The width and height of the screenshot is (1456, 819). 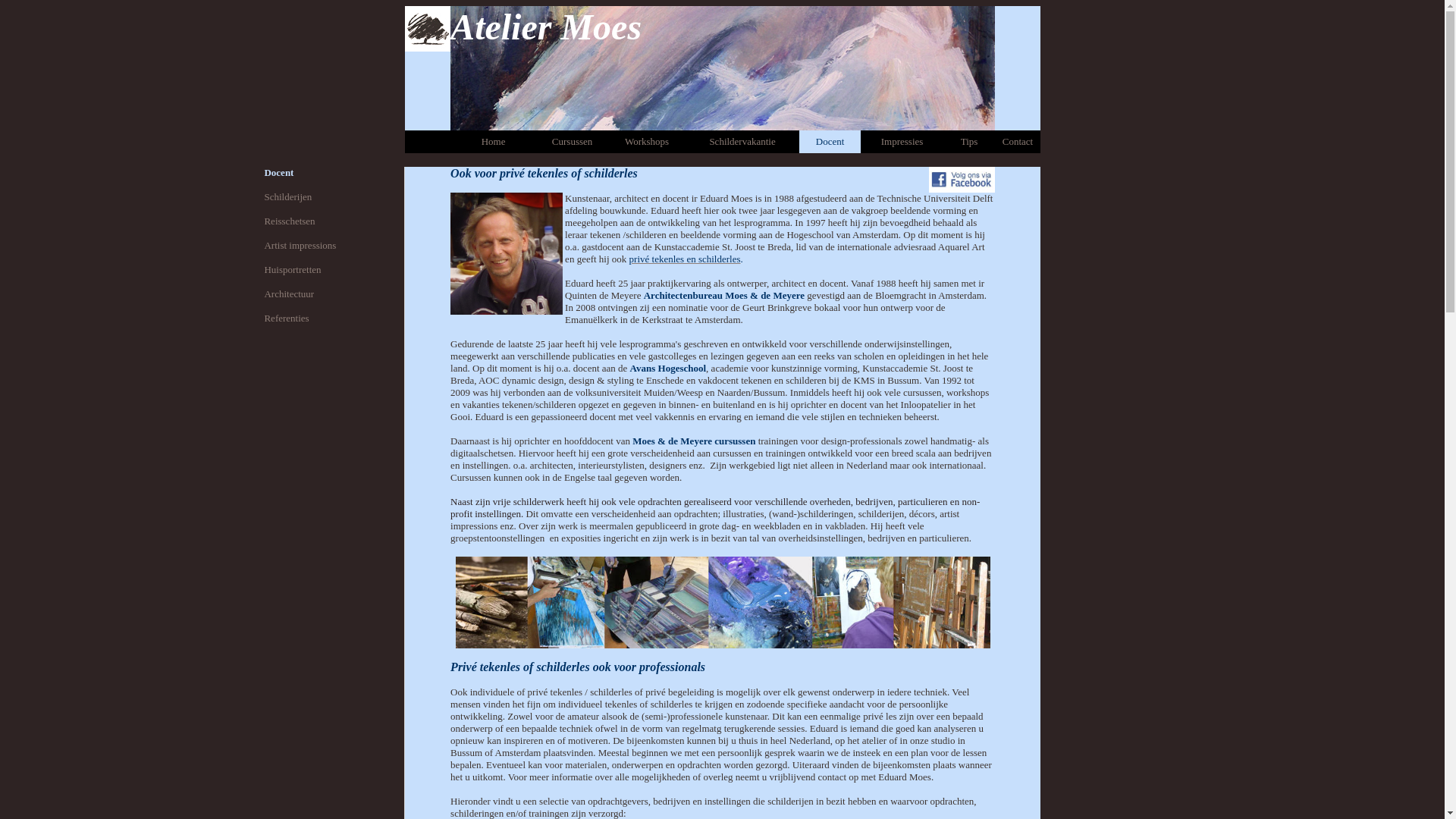 What do you see at coordinates (968, 140) in the screenshot?
I see `'Tips'` at bounding box center [968, 140].